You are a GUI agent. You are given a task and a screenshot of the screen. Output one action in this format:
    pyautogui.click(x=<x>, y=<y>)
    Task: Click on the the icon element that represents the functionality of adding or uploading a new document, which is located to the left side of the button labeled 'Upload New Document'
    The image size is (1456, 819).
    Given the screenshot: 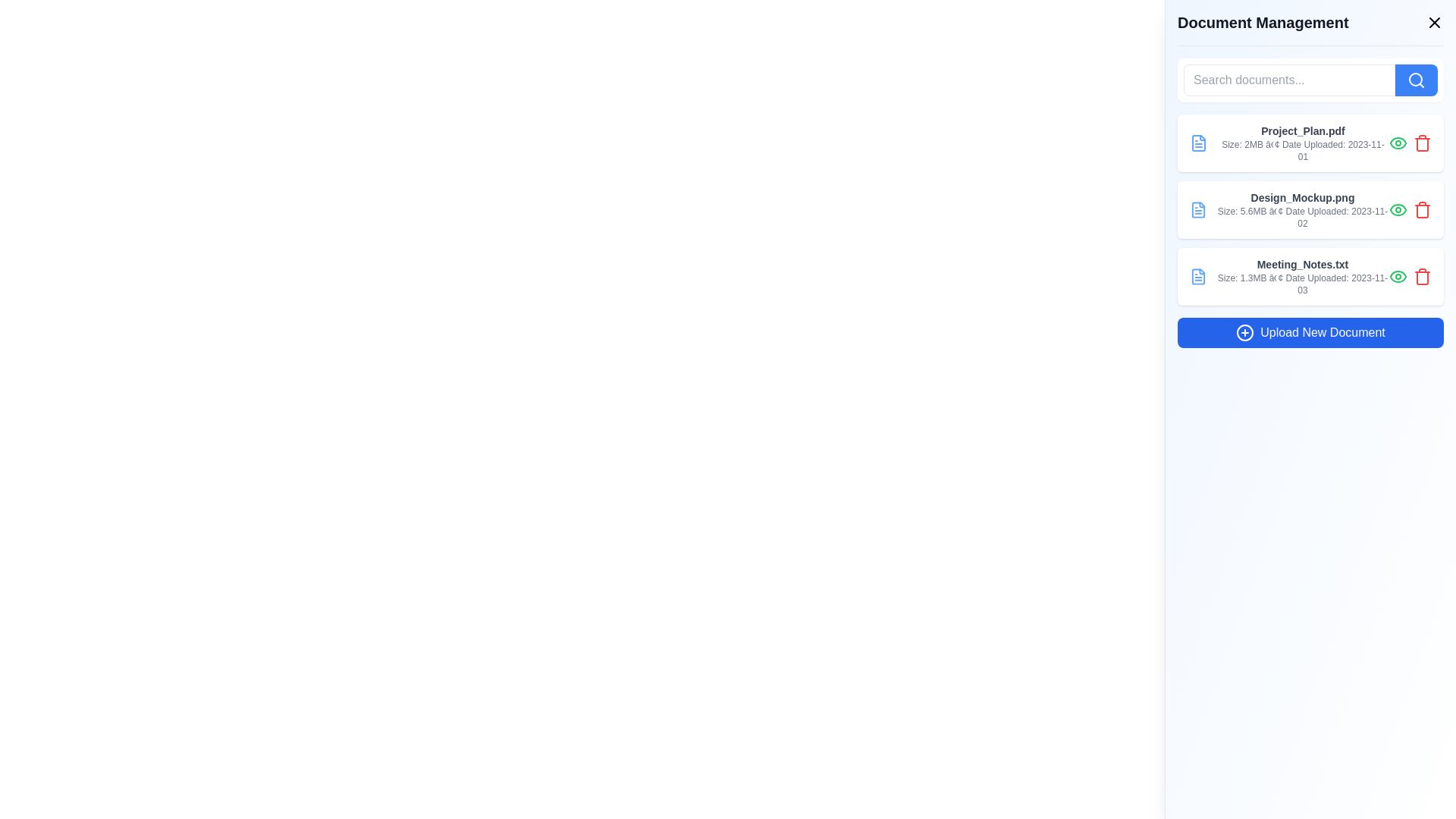 What is the action you would take?
    pyautogui.click(x=1245, y=332)
    